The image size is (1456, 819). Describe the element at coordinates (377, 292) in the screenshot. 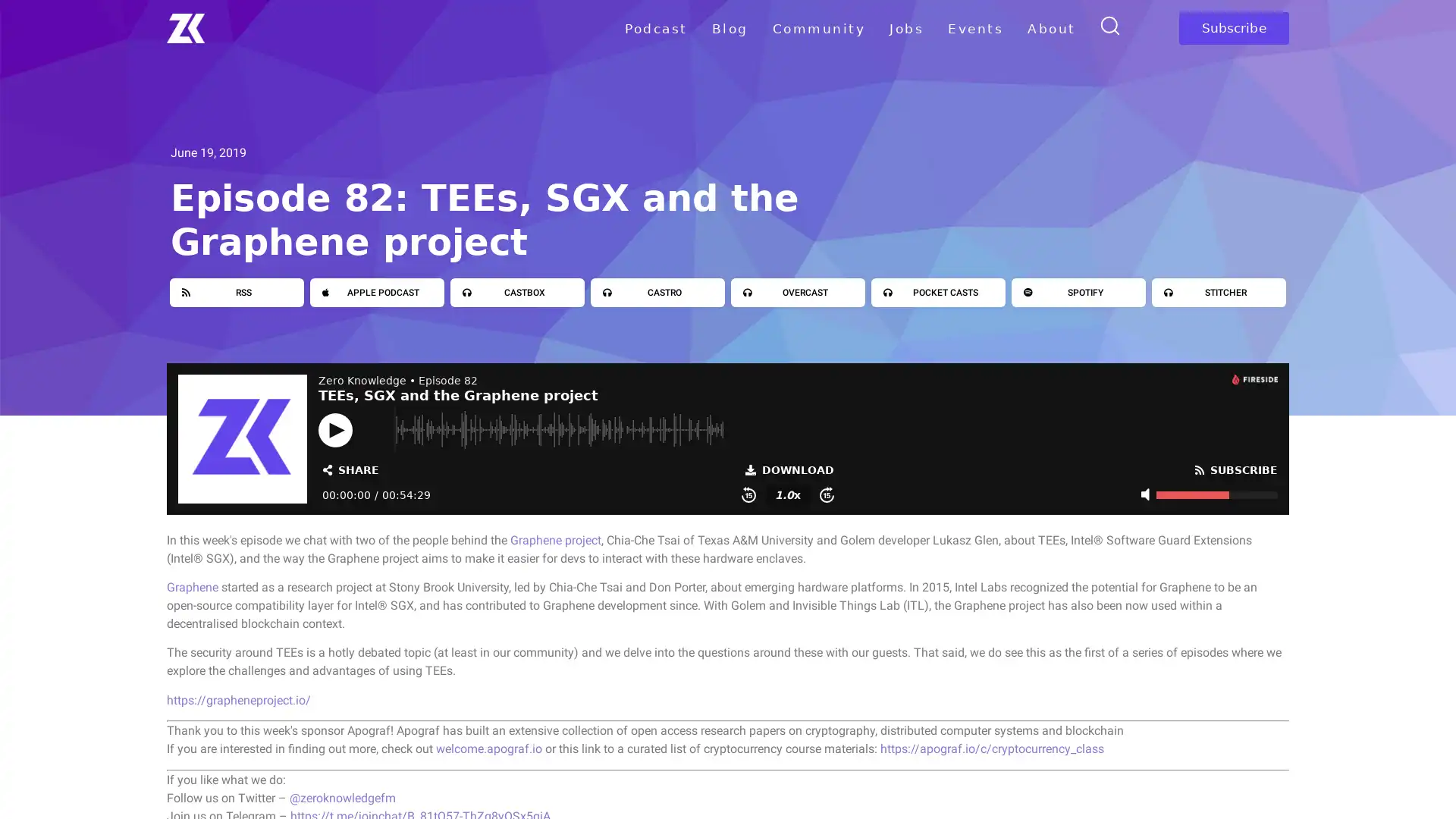

I see `APPLE PODCAST` at that location.